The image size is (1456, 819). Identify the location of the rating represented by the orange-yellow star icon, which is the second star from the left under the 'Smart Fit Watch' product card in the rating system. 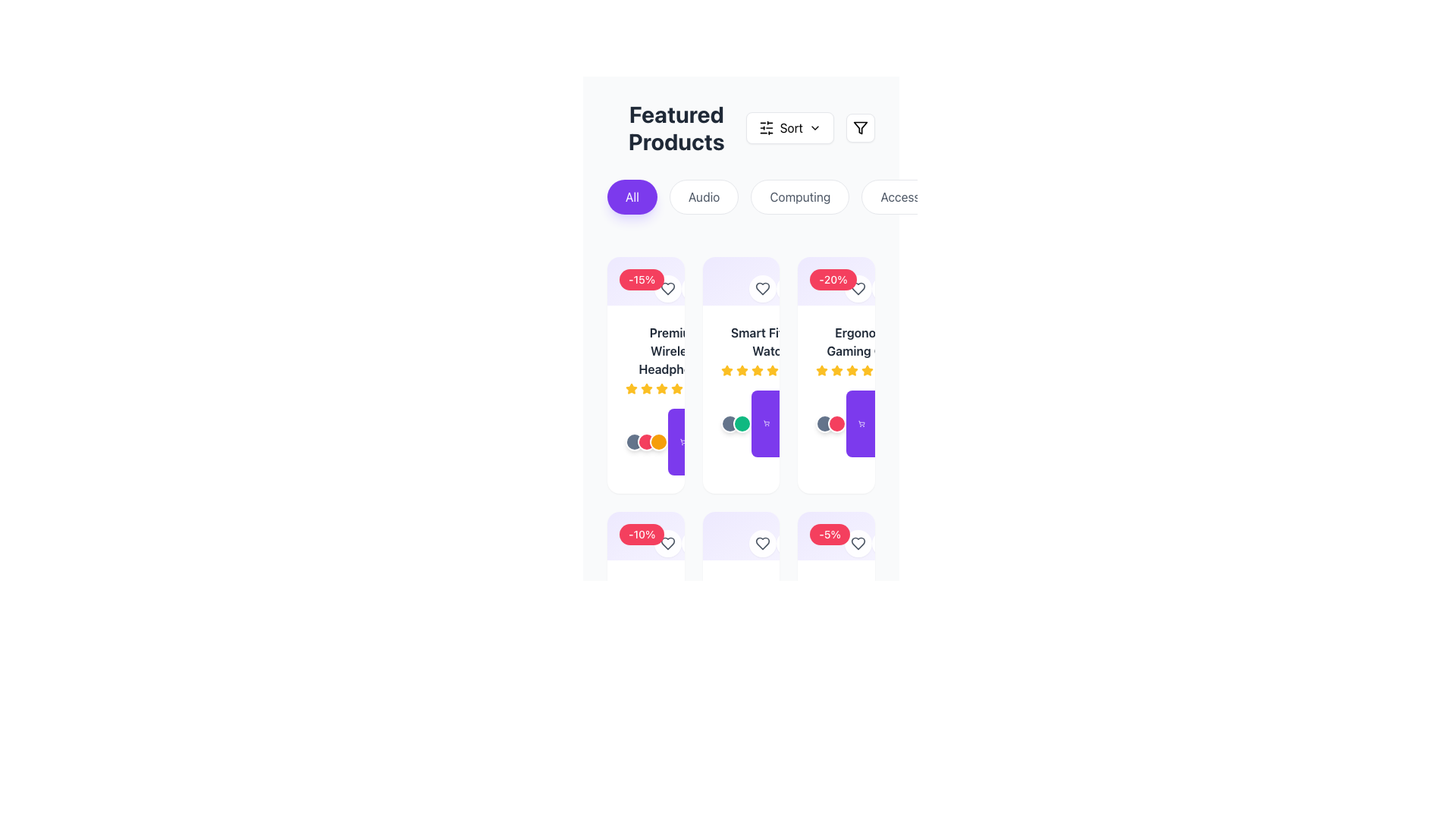
(742, 370).